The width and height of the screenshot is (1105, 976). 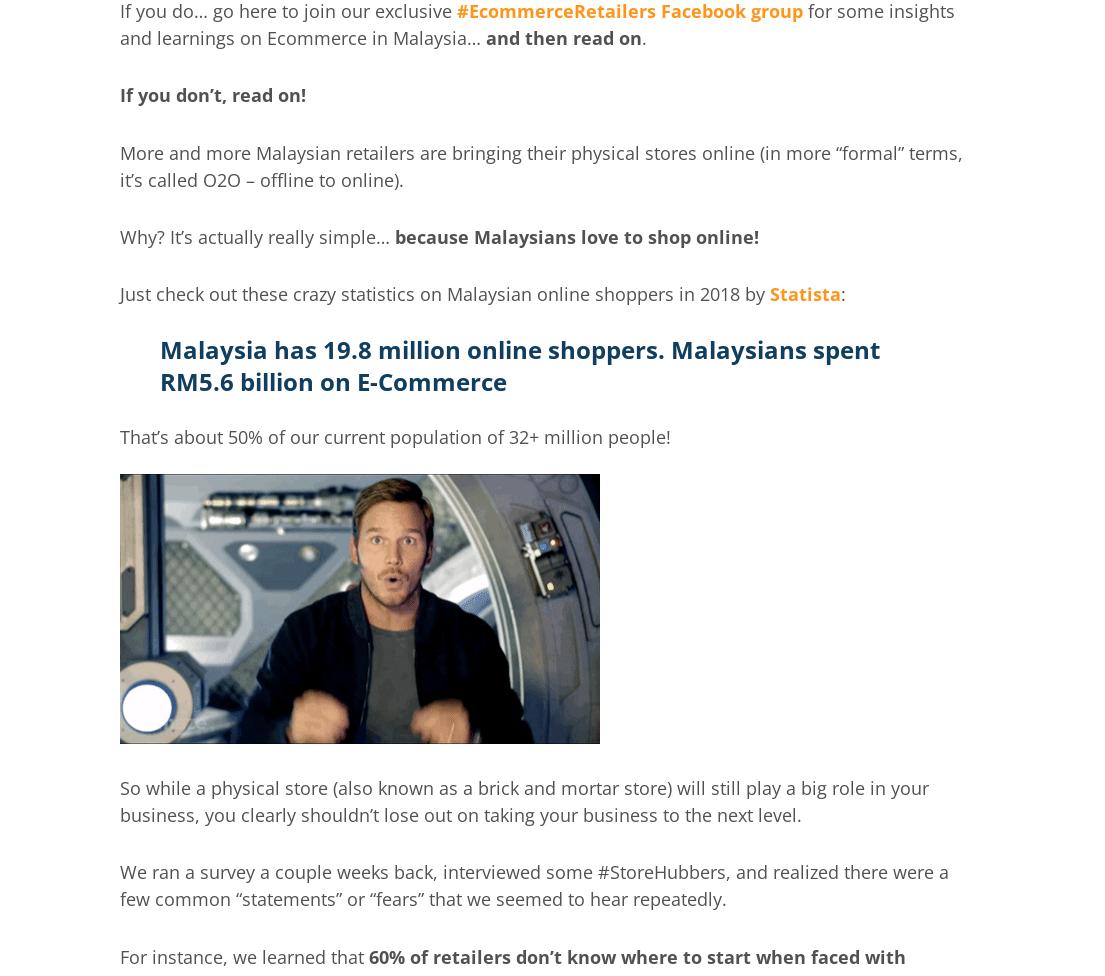 I want to click on 'because Malaysians love to shop online!', so click(x=577, y=235).